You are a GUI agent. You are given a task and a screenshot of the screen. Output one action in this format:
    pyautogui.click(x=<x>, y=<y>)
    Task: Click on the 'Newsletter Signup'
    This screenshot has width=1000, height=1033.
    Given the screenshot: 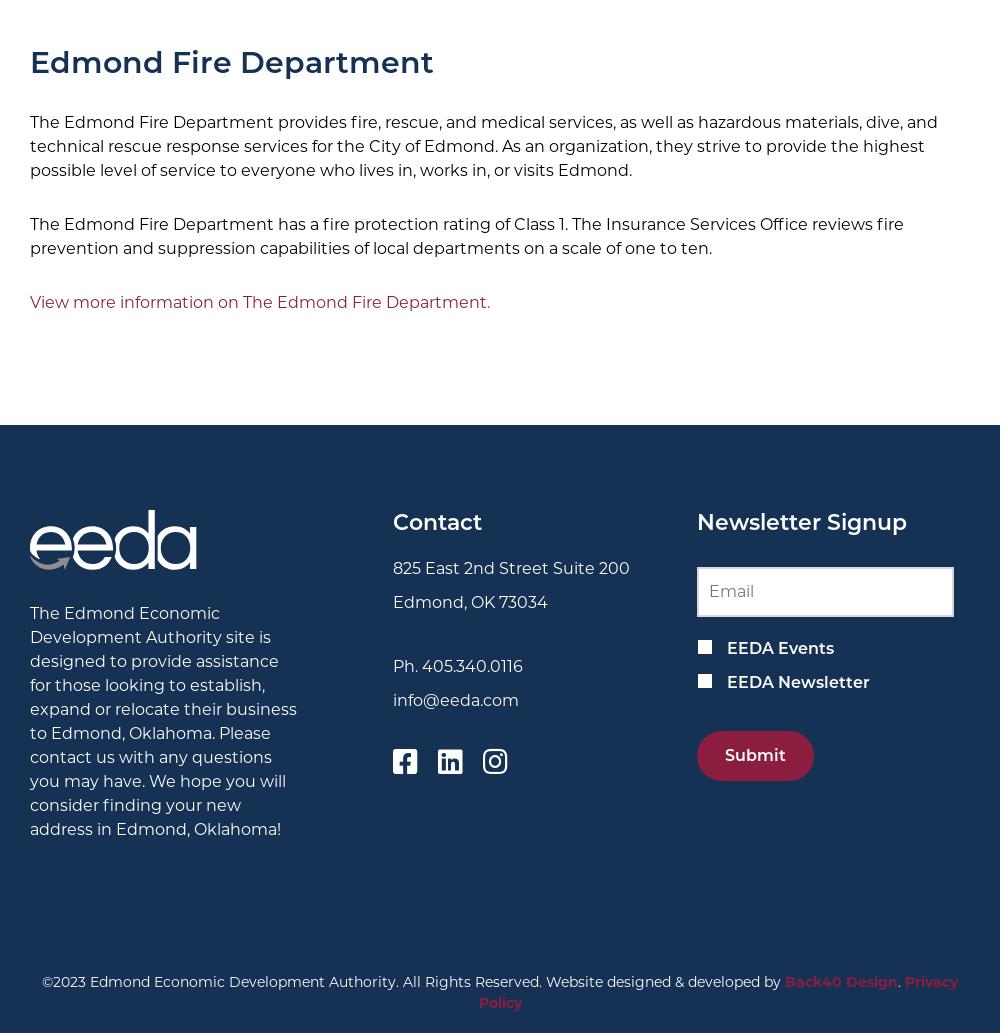 What is the action you would take?
    pyautogui.click(x=695, y=521)
    